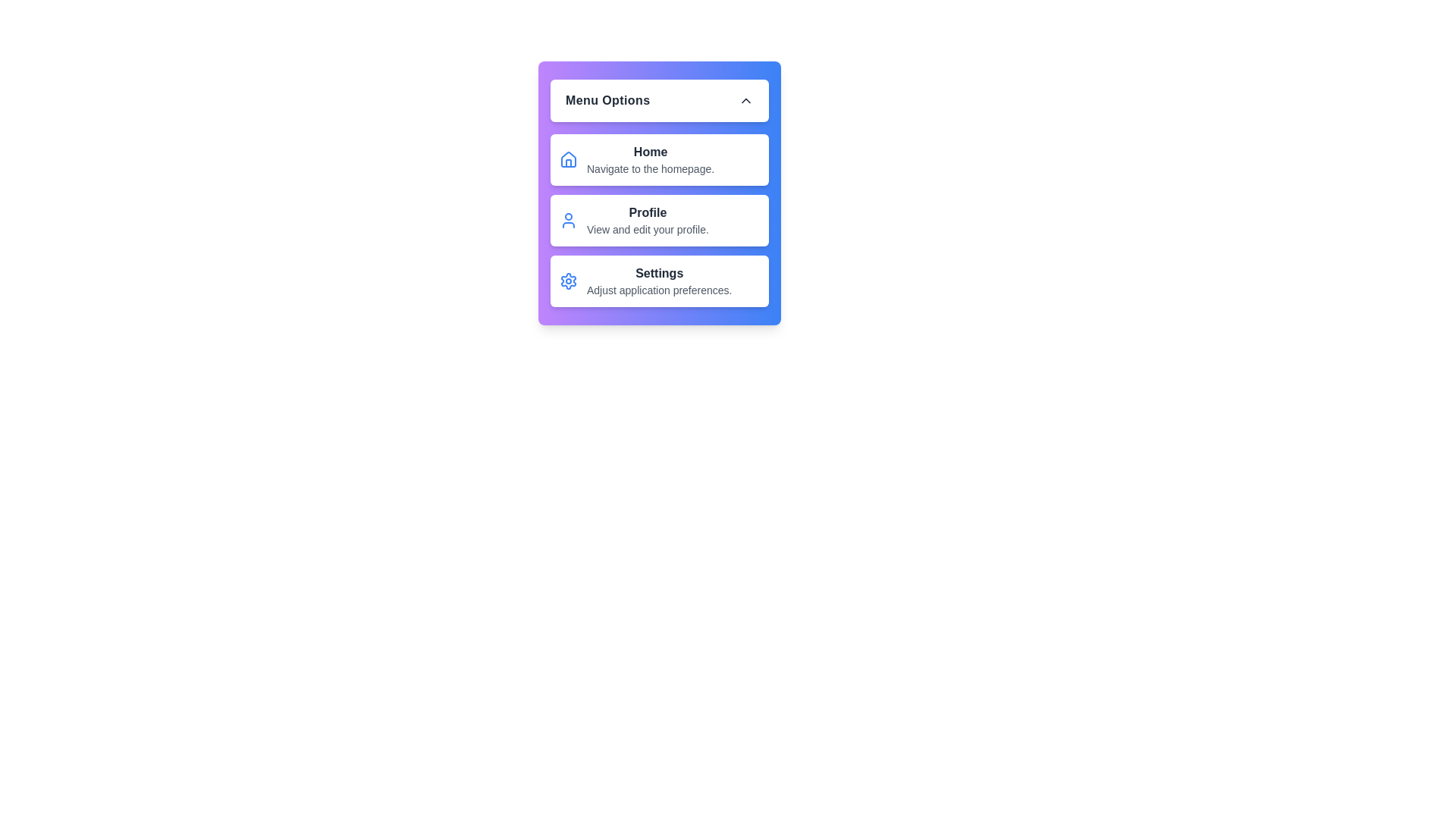 The image size is (1456, 819). What do you see at coordinates (659, 160) in the screenshot?
I see `the menu item labeled Home to trigger its action` at bounding box center [659, 160].